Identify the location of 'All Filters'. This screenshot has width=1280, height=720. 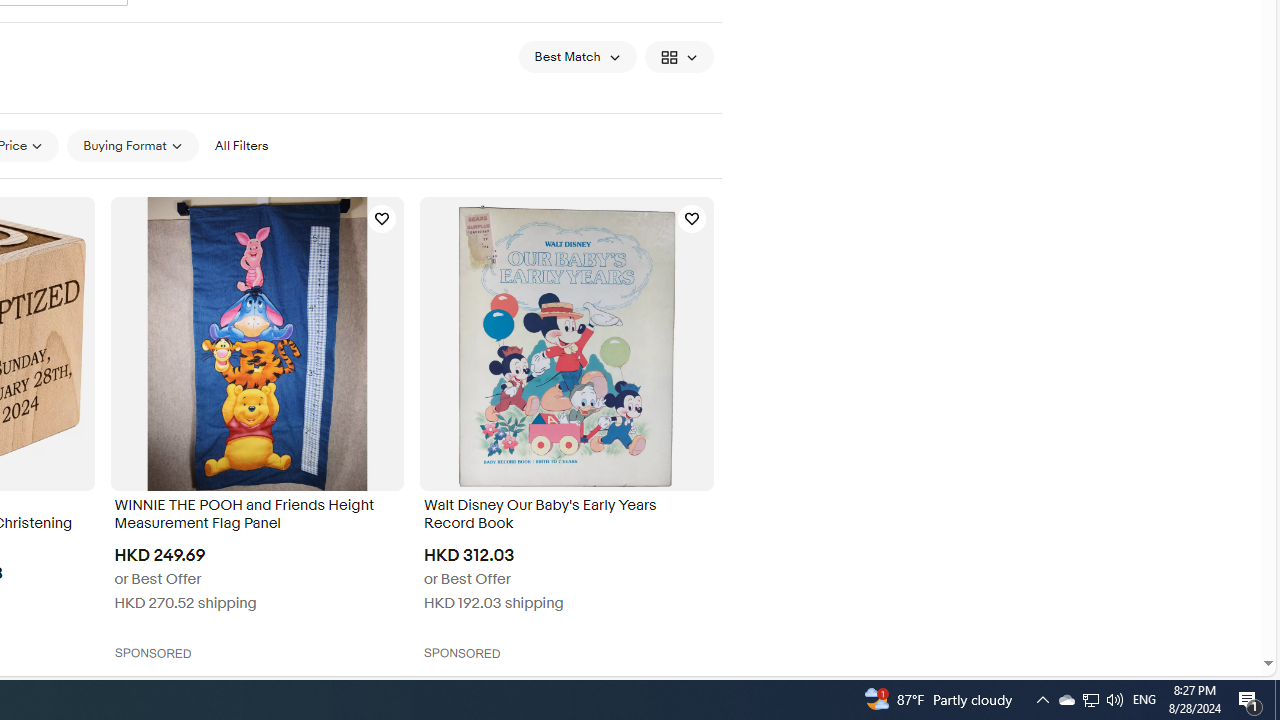
(240, 144).